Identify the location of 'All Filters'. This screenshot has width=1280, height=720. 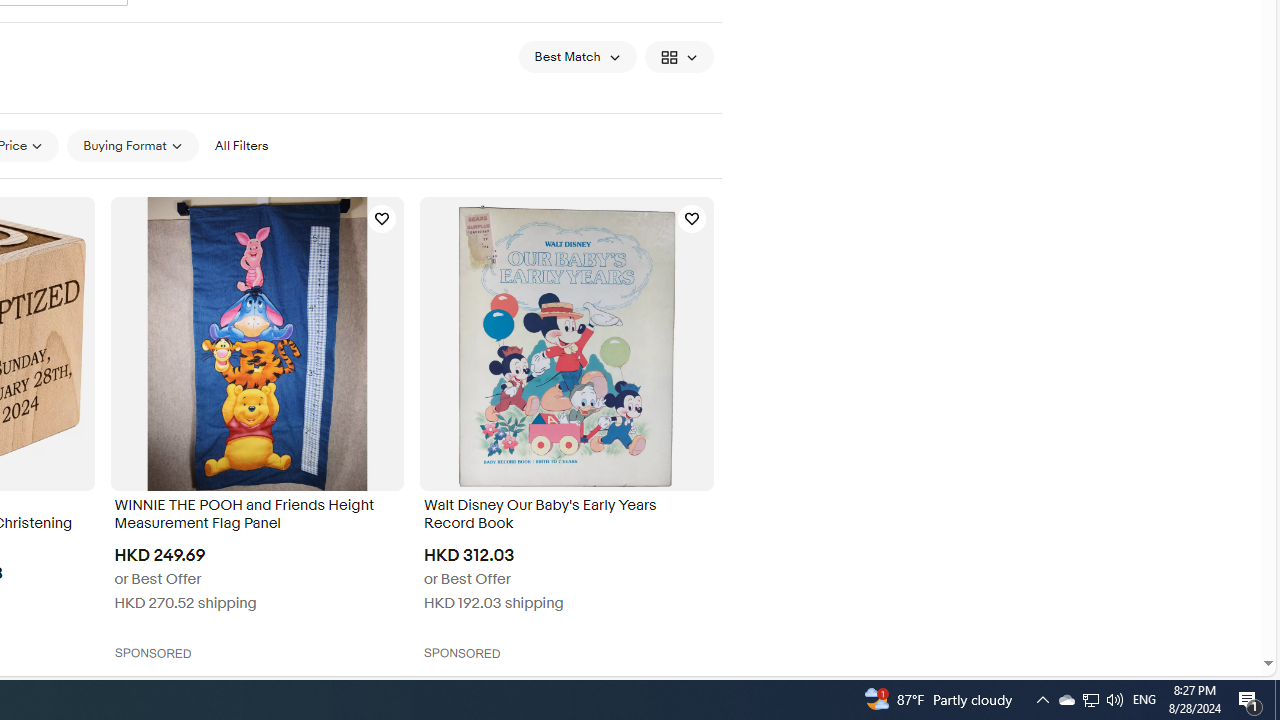
(240, 144).